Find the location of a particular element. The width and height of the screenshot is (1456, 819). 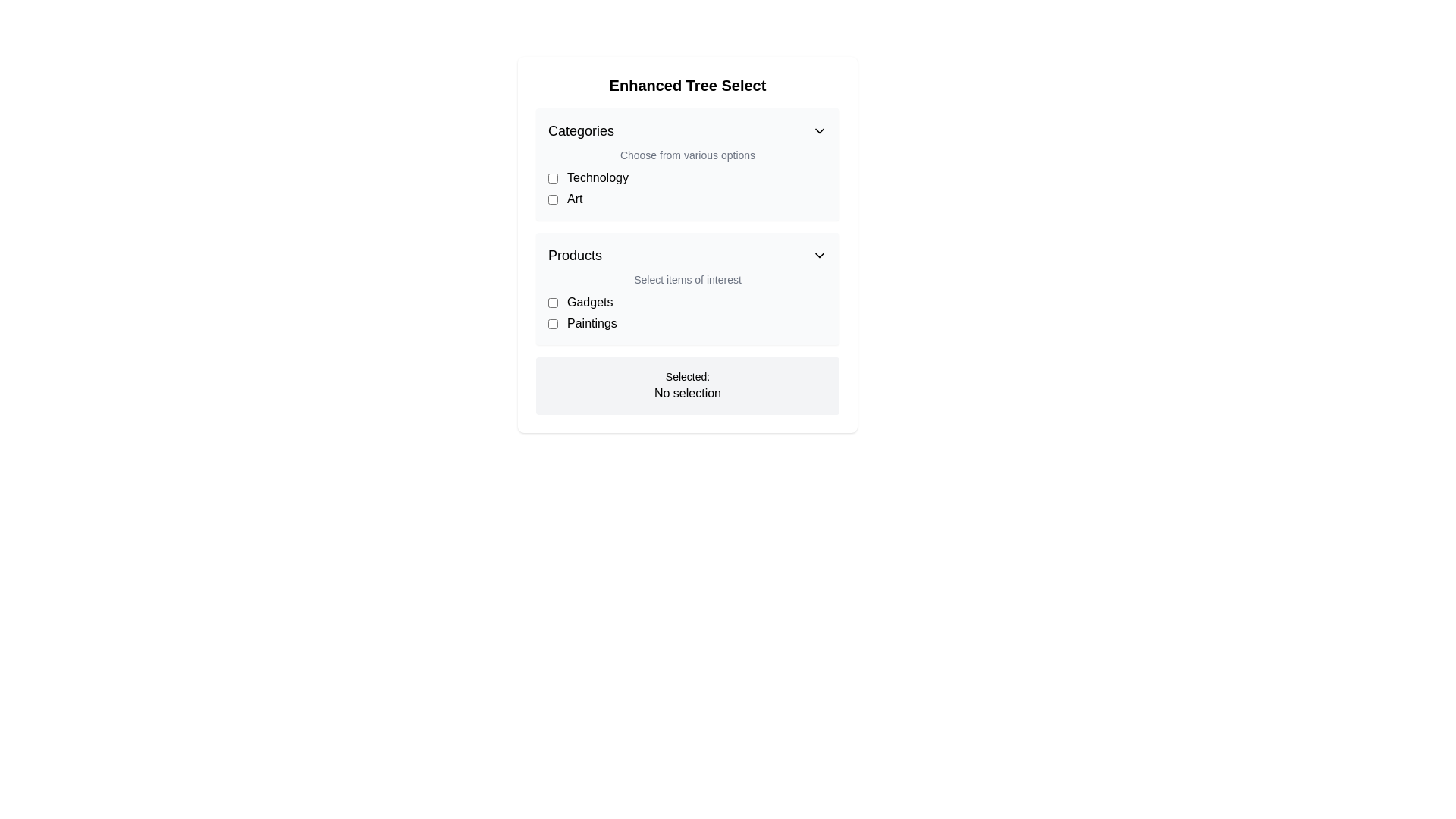

the 'Categories' section of the Form that includes checkboxes for 'Technology' and 'Art' is located at coordinates (687, 164).